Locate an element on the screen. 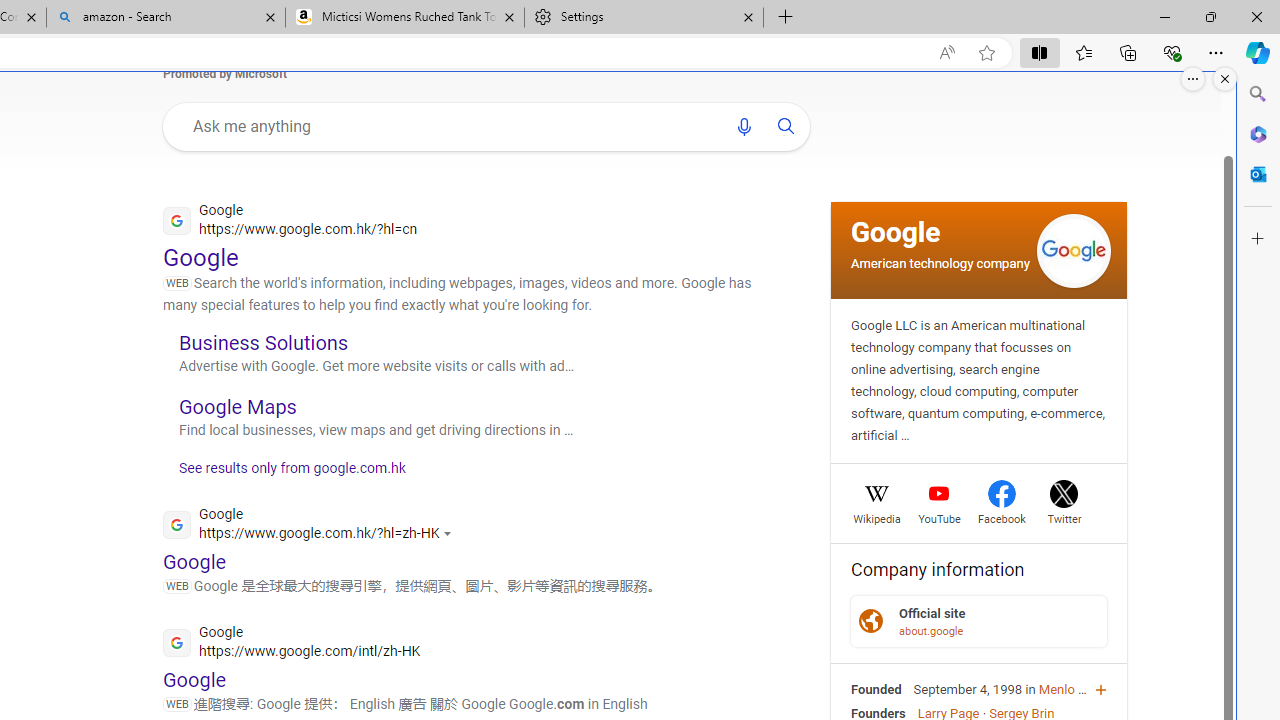 The width and height of the screenshot is (1280, 720). 'Menlo Park' is located at coordinates (1070, 688).